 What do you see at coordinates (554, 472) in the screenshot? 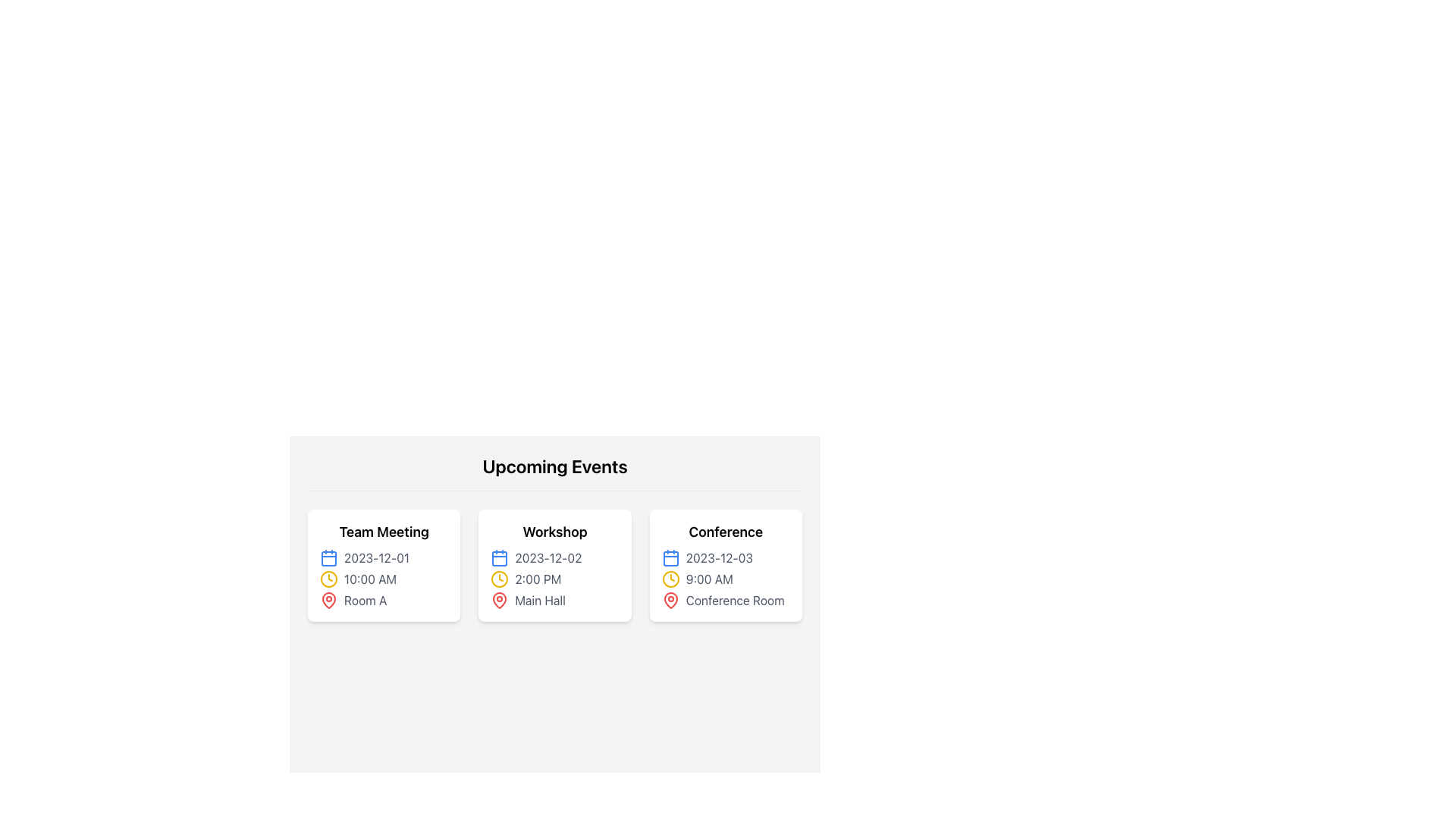
I see `text content of the 'Upcoming Events' label, which is a bold, large font heading at the top of the section with a border below it` at bounding box center [554, 472].